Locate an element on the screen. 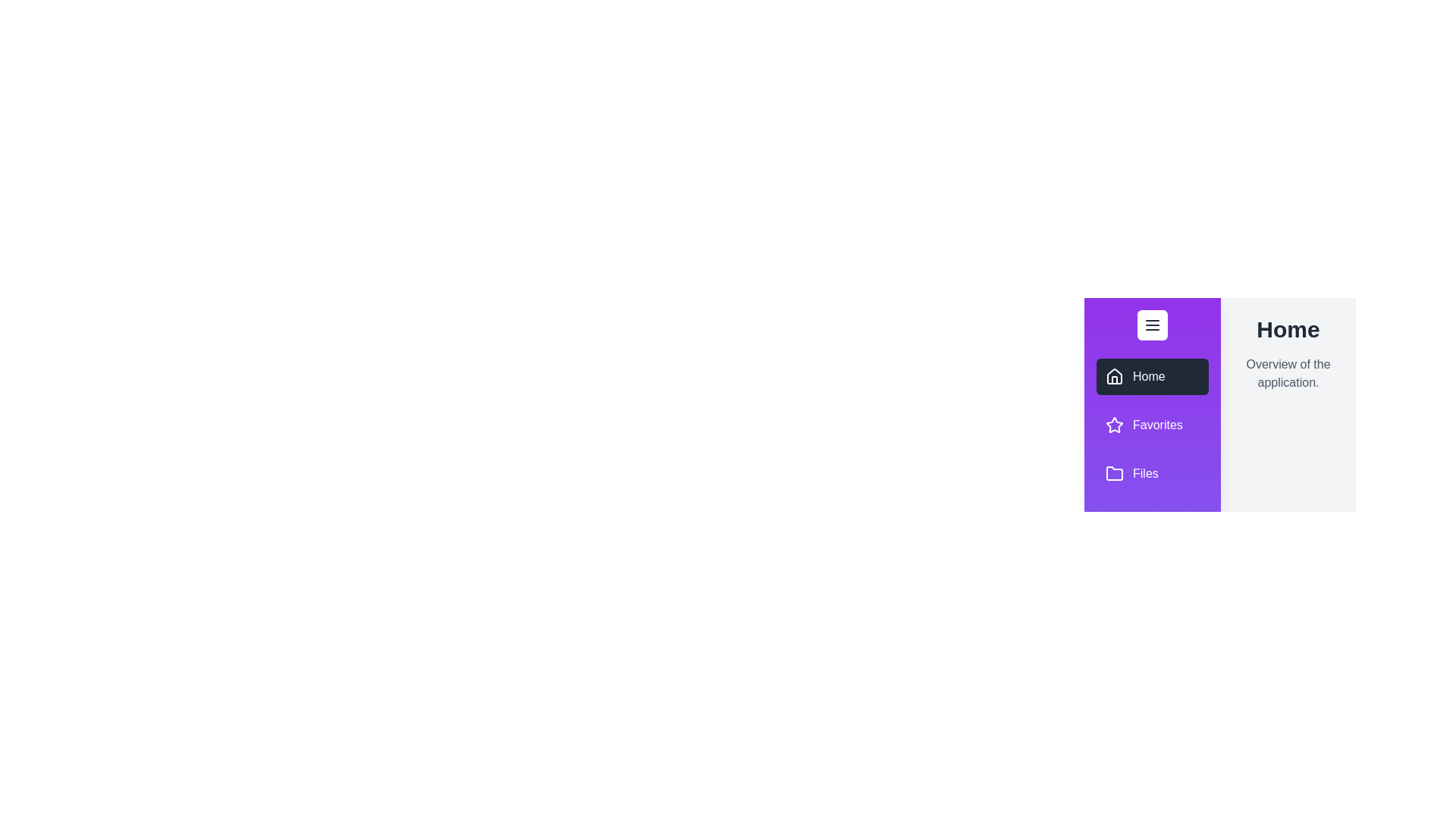 The image size is (1456, 819). the tab Home in the drawer is located at coordinates (1153, 376).